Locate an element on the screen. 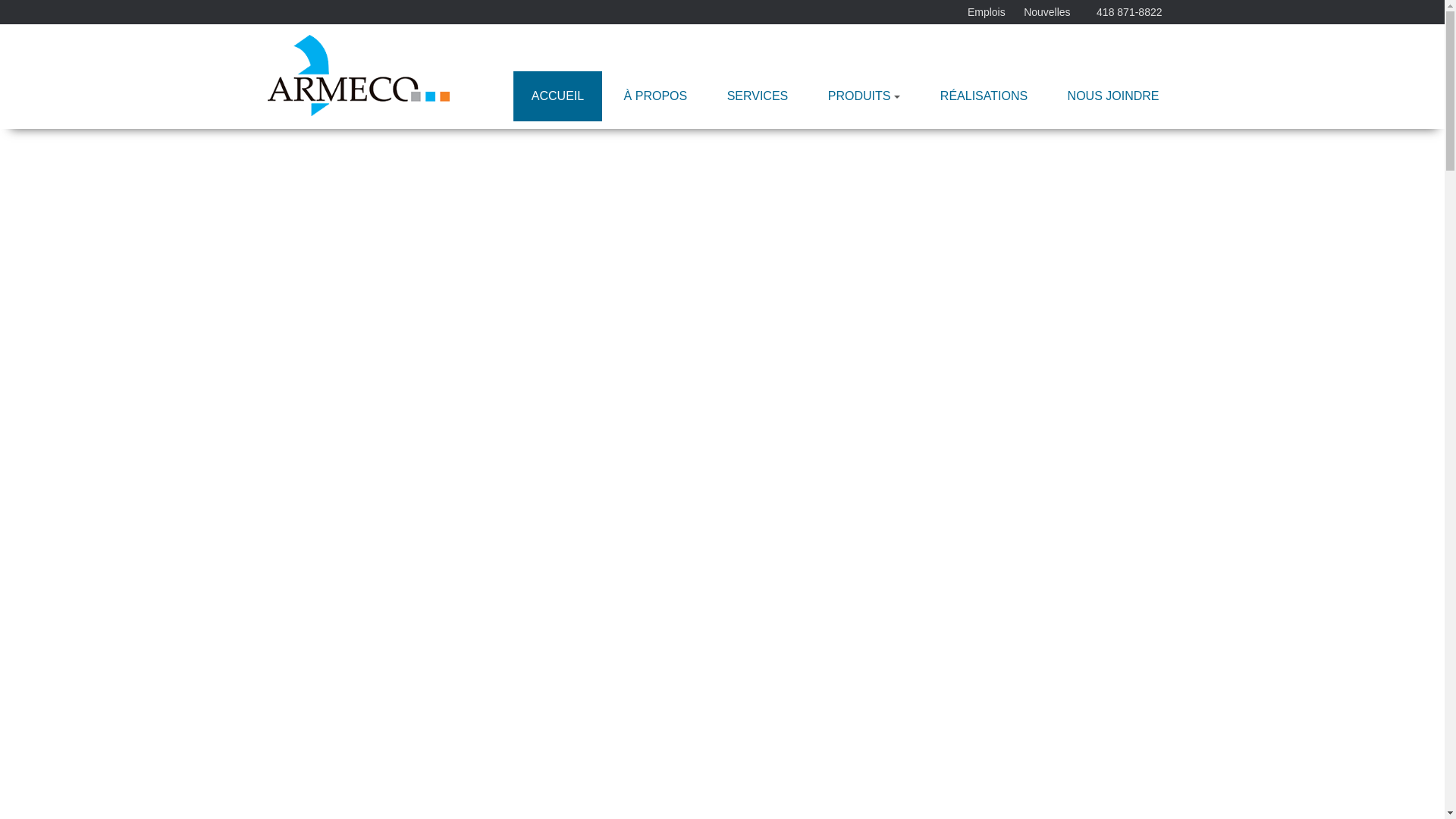  'PRODUITS' is located at coordinates (864, 96).